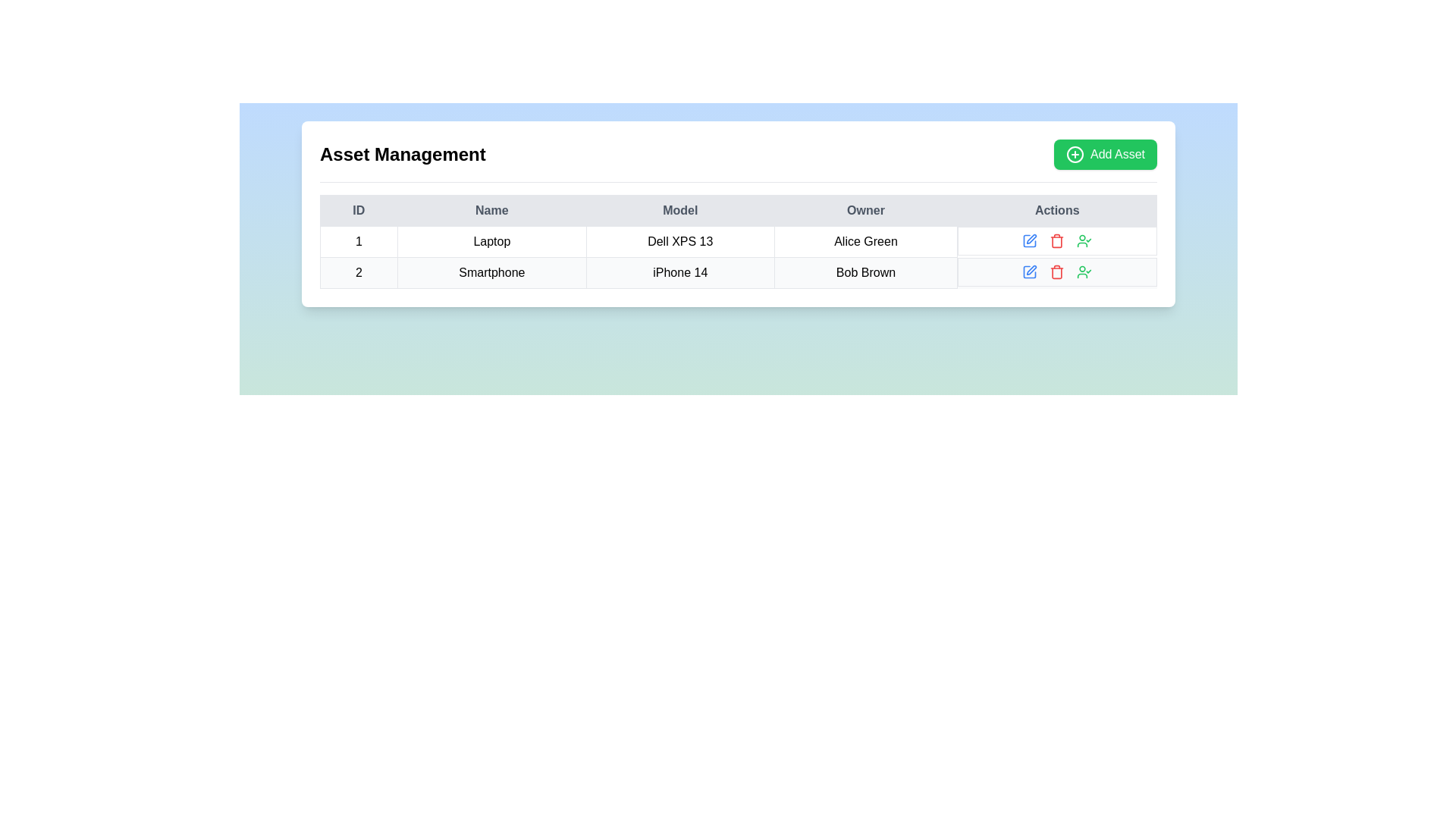 This screenshot has height=819, width=1456. What do you see at coordinates (739, 256) in the screenshot?
I see `the first data row of the table displaying asset ID '1', which includes the name 'Laptop' and model 'Dell XPS 13'` at bounding box center [739, 256].